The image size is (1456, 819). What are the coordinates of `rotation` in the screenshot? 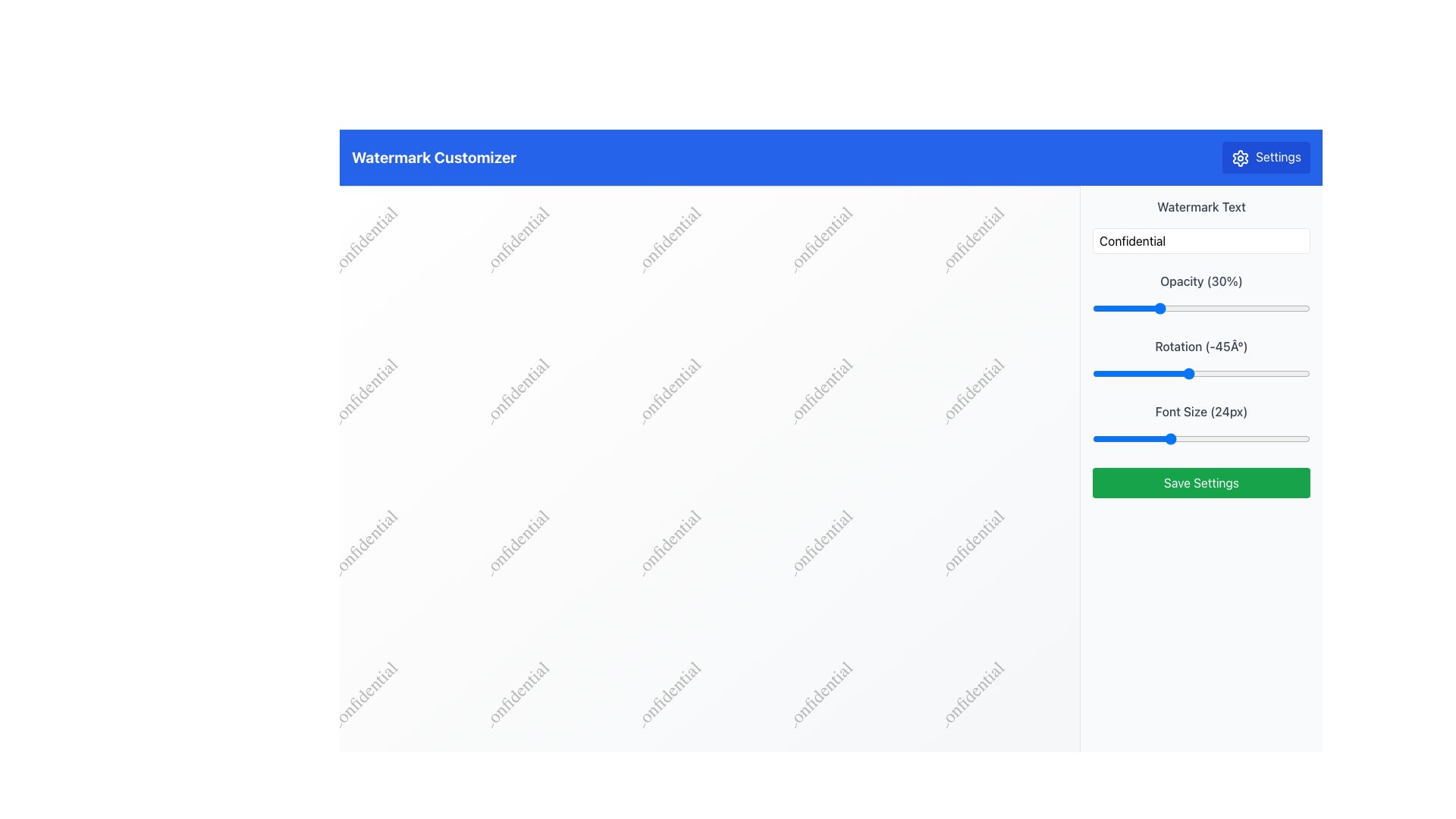 It's located at (1134, 373).